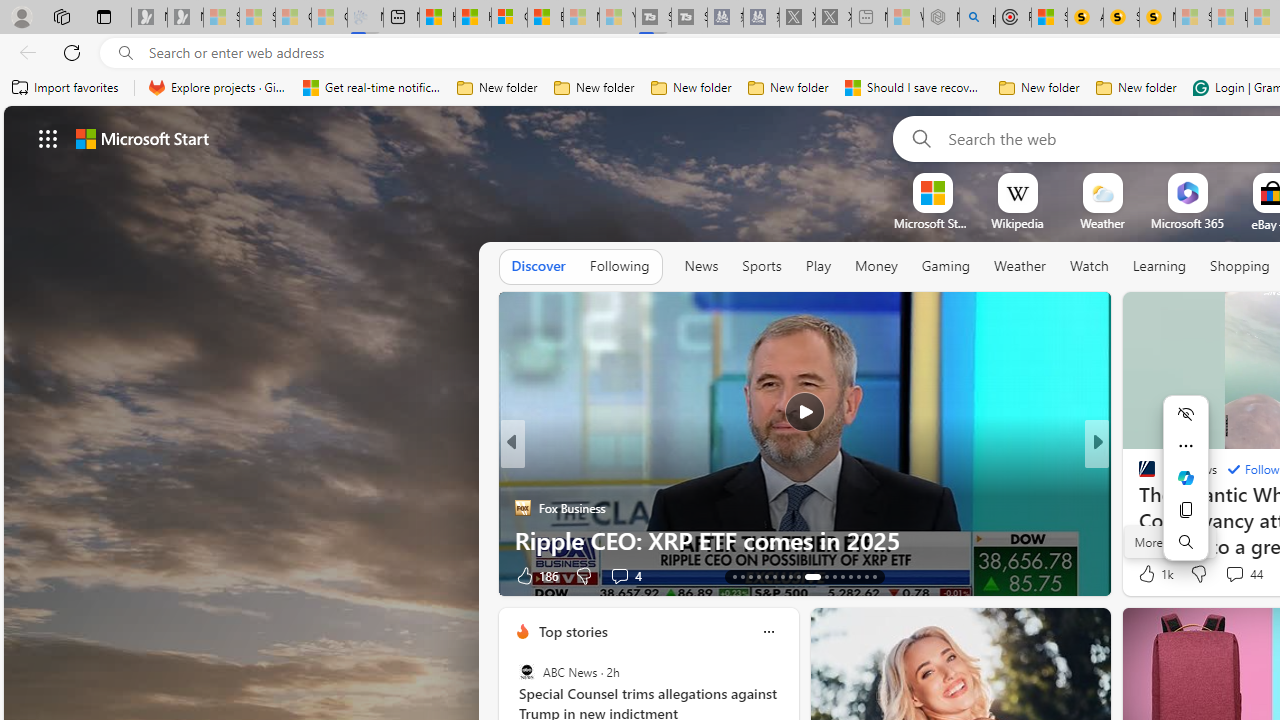 The height and width of the screenshot is (720, 1280). I want to click on '39 Like', so click(1149, 575).